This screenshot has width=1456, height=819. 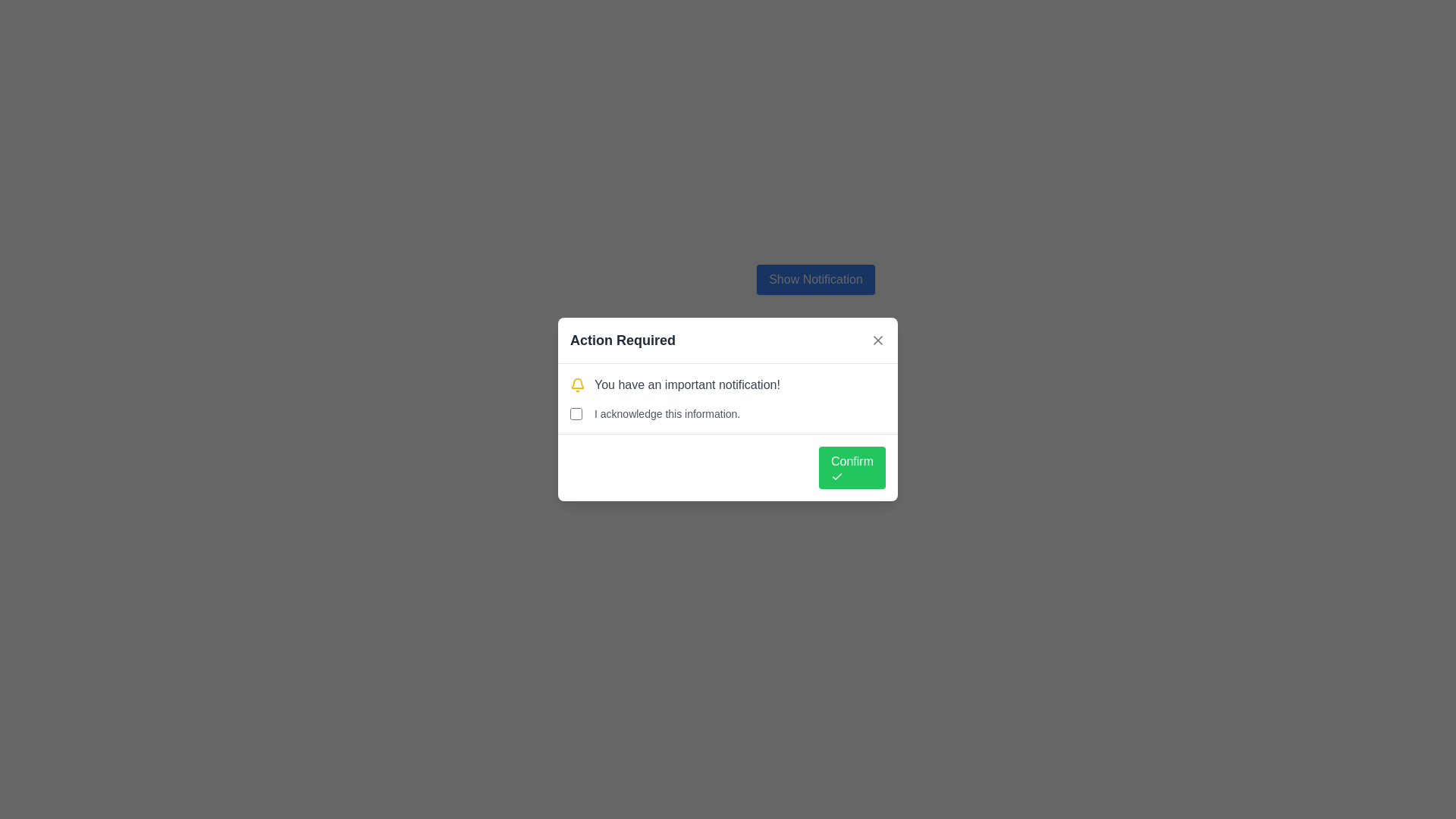 What do you see at coordinates (877, 339) in the screenshot?
I see `the close button located at the top-right corner of the modal window's header section to change its color` at bounding box center [877, 339].